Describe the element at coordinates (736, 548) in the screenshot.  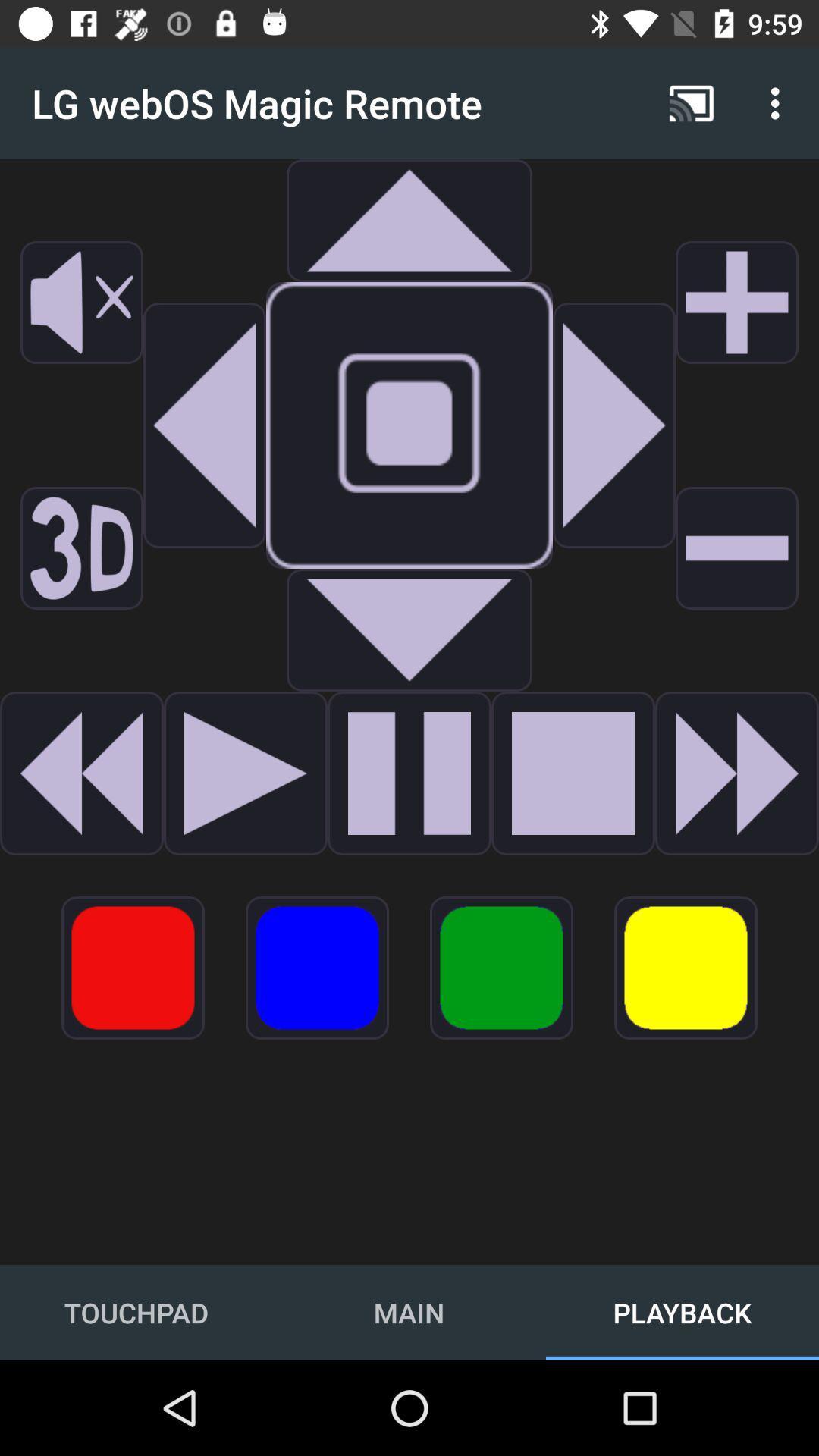
I see `subtract` at that location.